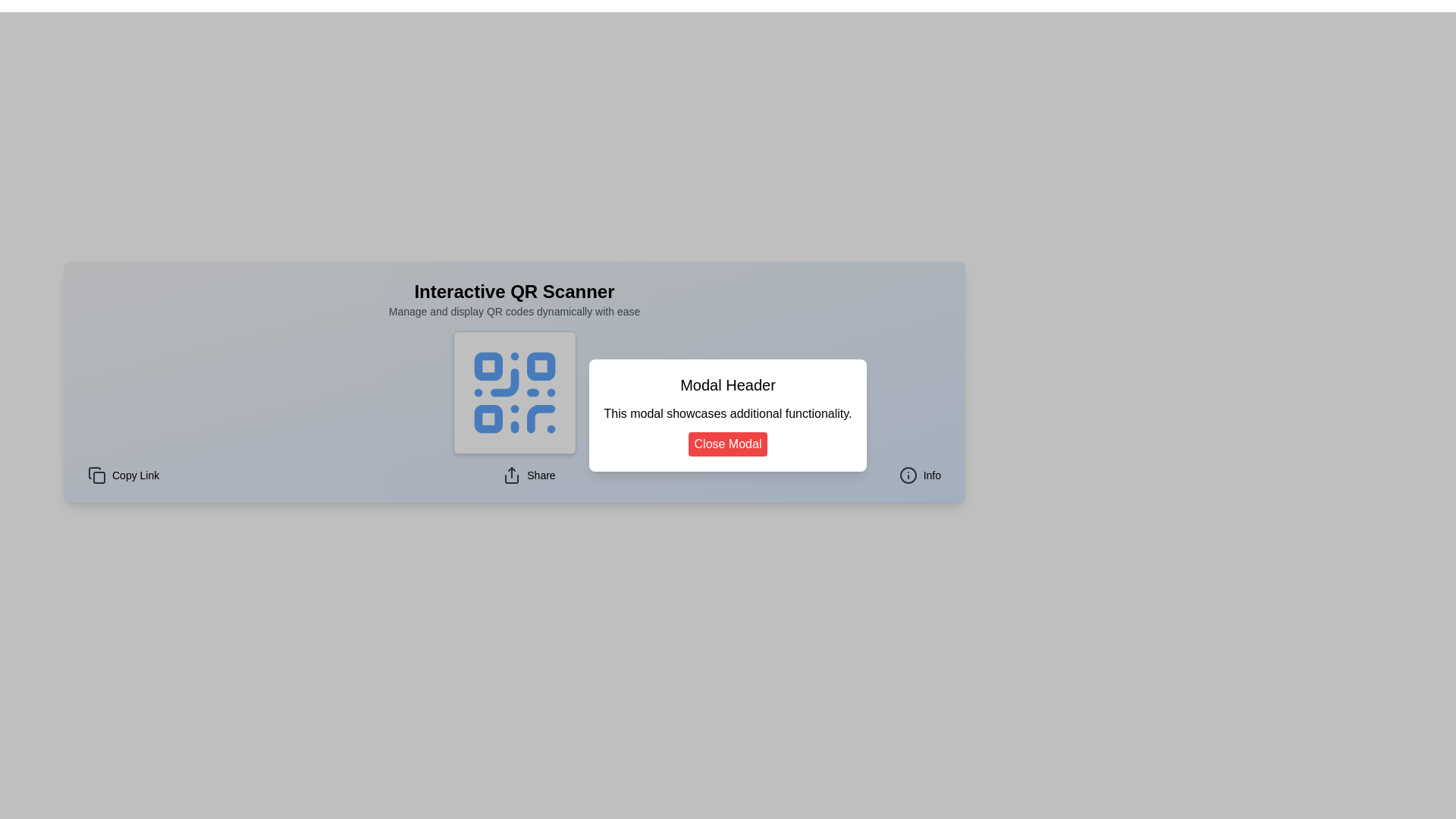 This screenshot has height=819, width=1456. Describe the element at coordinates (908, 475) in the screenshot. I see `the small circular icon resembling an 'info' symbol, located next to the 'Info' text in the lower-right corner of the main modal` at that location.